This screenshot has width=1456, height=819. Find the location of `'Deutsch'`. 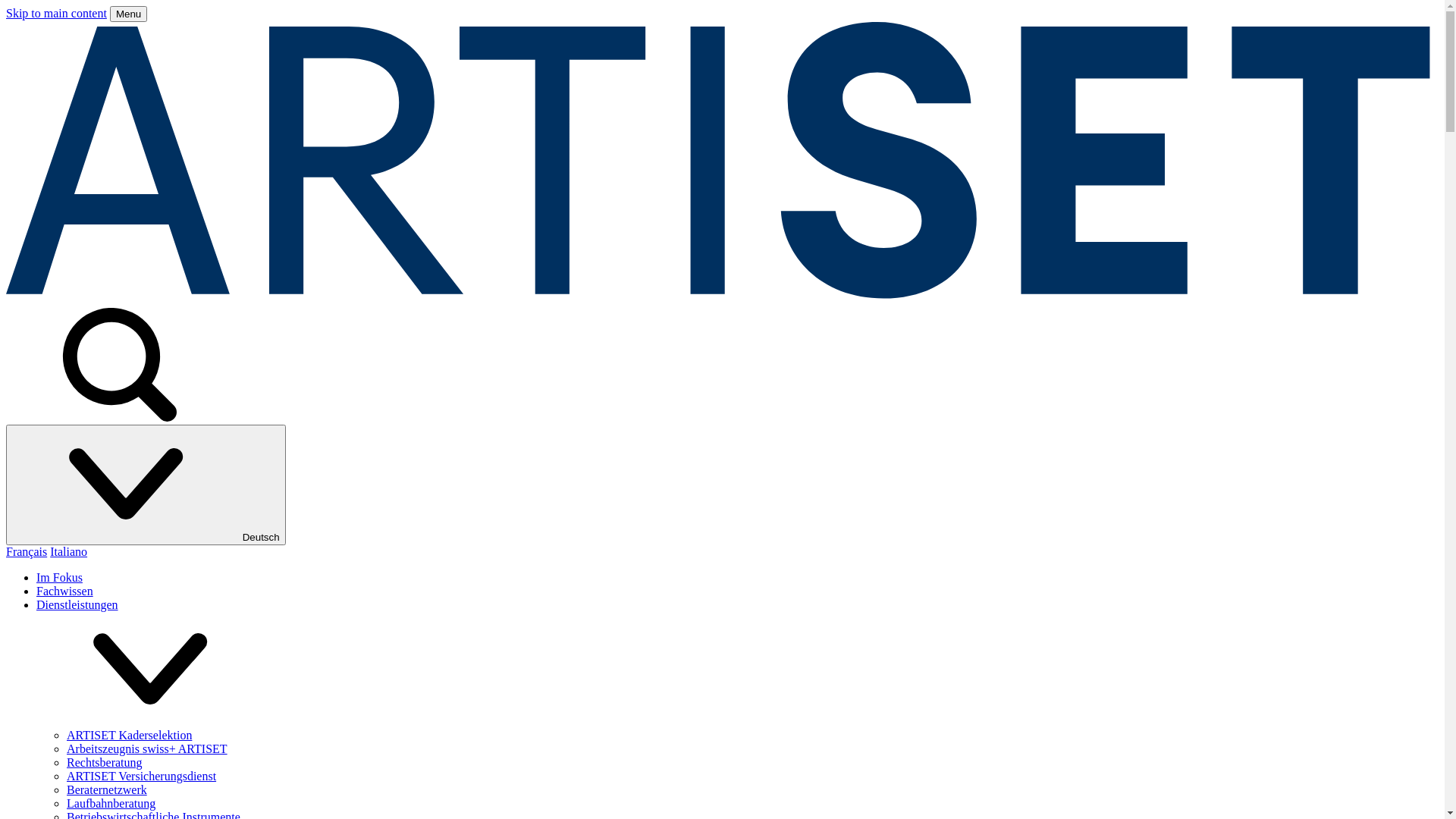

'Deutsch' is located at coordinates (146, 485).